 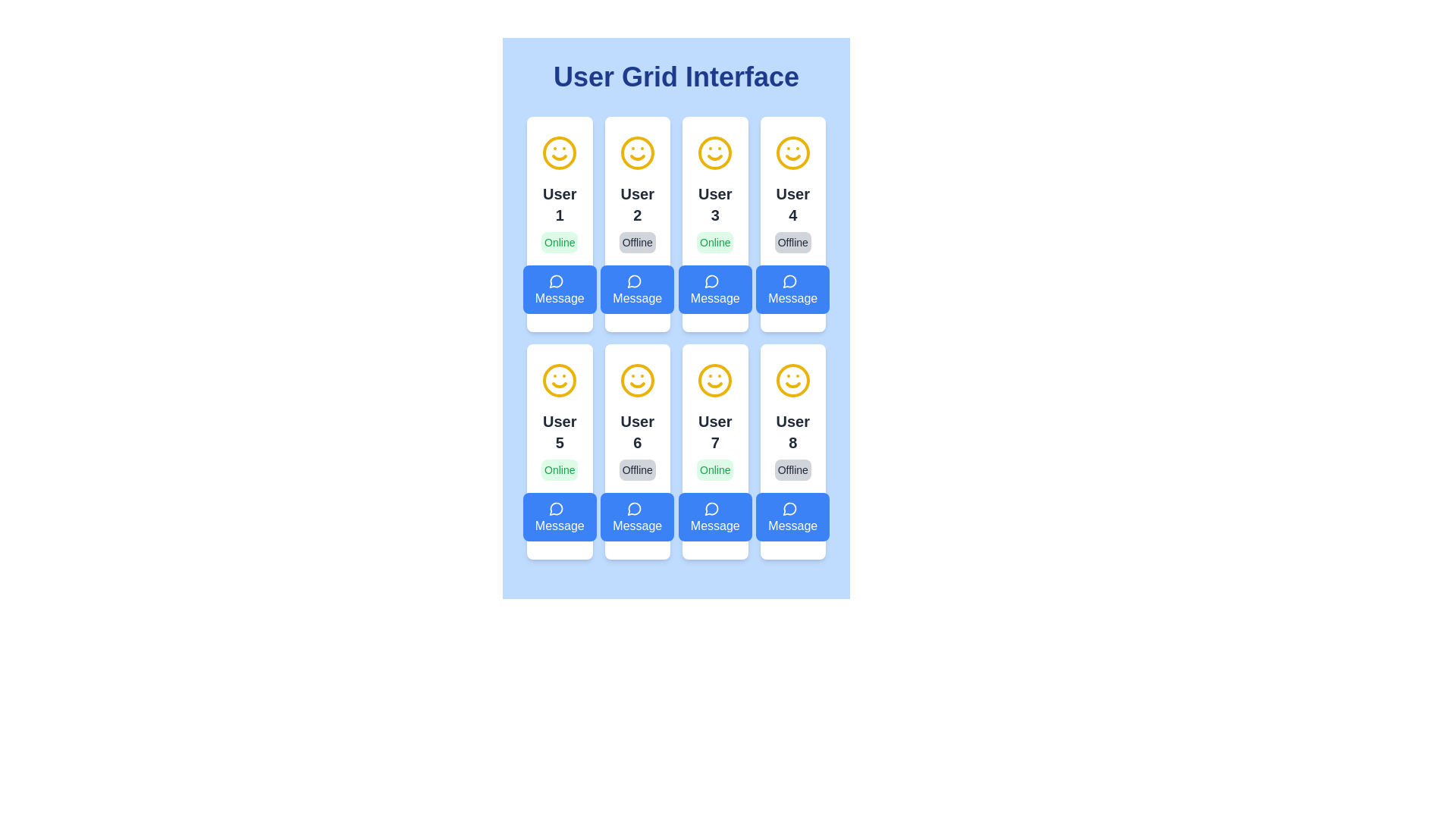 What do you see at coordinates (714, 432) in the screenshot?
I see `the text label that displays 'User 7', located within the card above the 'Online' status indicator and below the user's icon` at bounding box center [714, 432].